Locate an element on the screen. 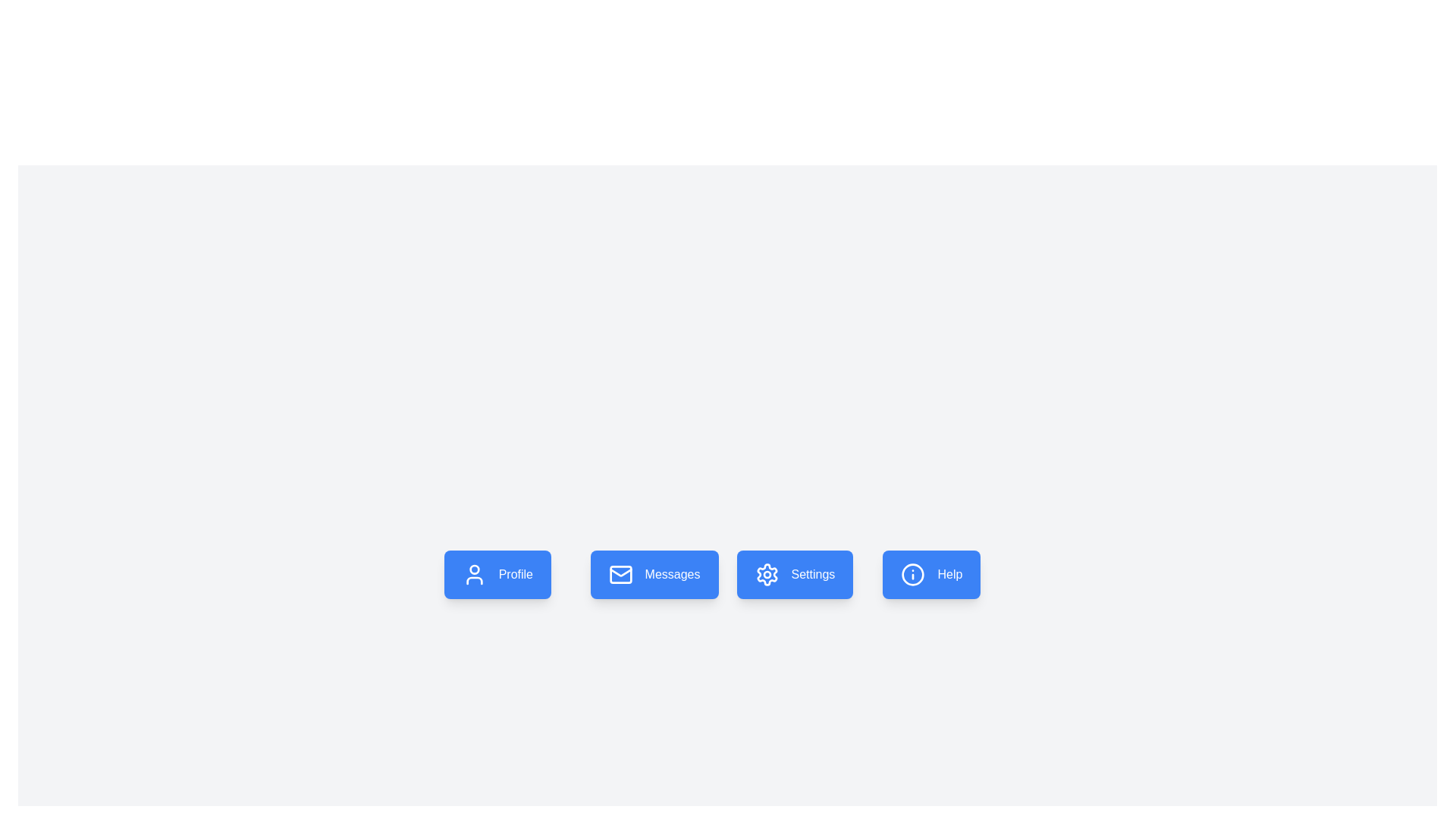  the 'Messages' icon, which represents messages or mail functionality, located in the second button from the left in a horizontal row of buttons near the bottom of the interface is located at coordinates (620, 573).